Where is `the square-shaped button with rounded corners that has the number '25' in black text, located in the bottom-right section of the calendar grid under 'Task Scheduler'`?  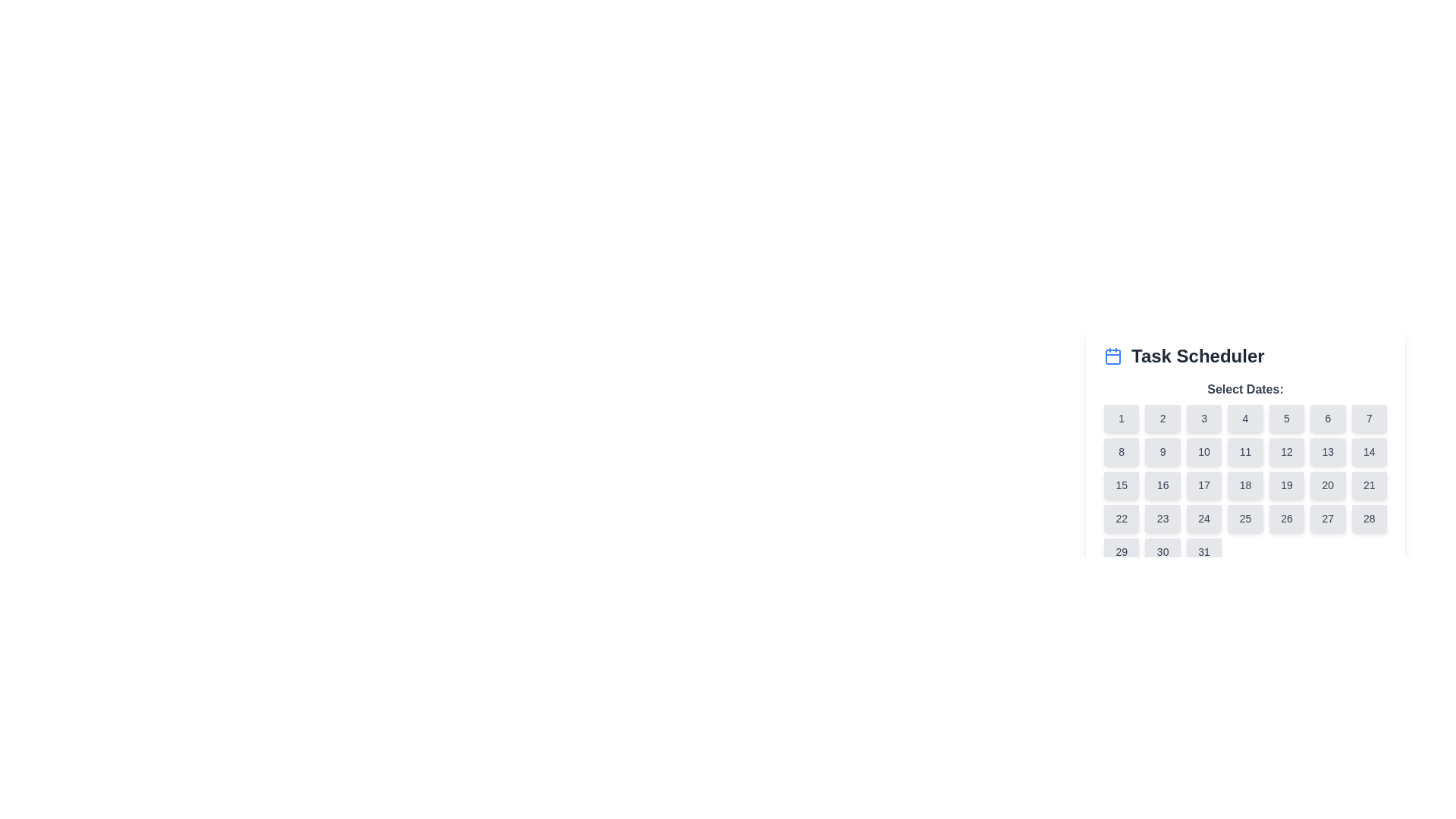
the square-shaped button with rounded corners that has the number '25' in black text, located in the bottom-right section of the calendar grid under 'Task Scheduler' is located at coordinates (1245, 517).